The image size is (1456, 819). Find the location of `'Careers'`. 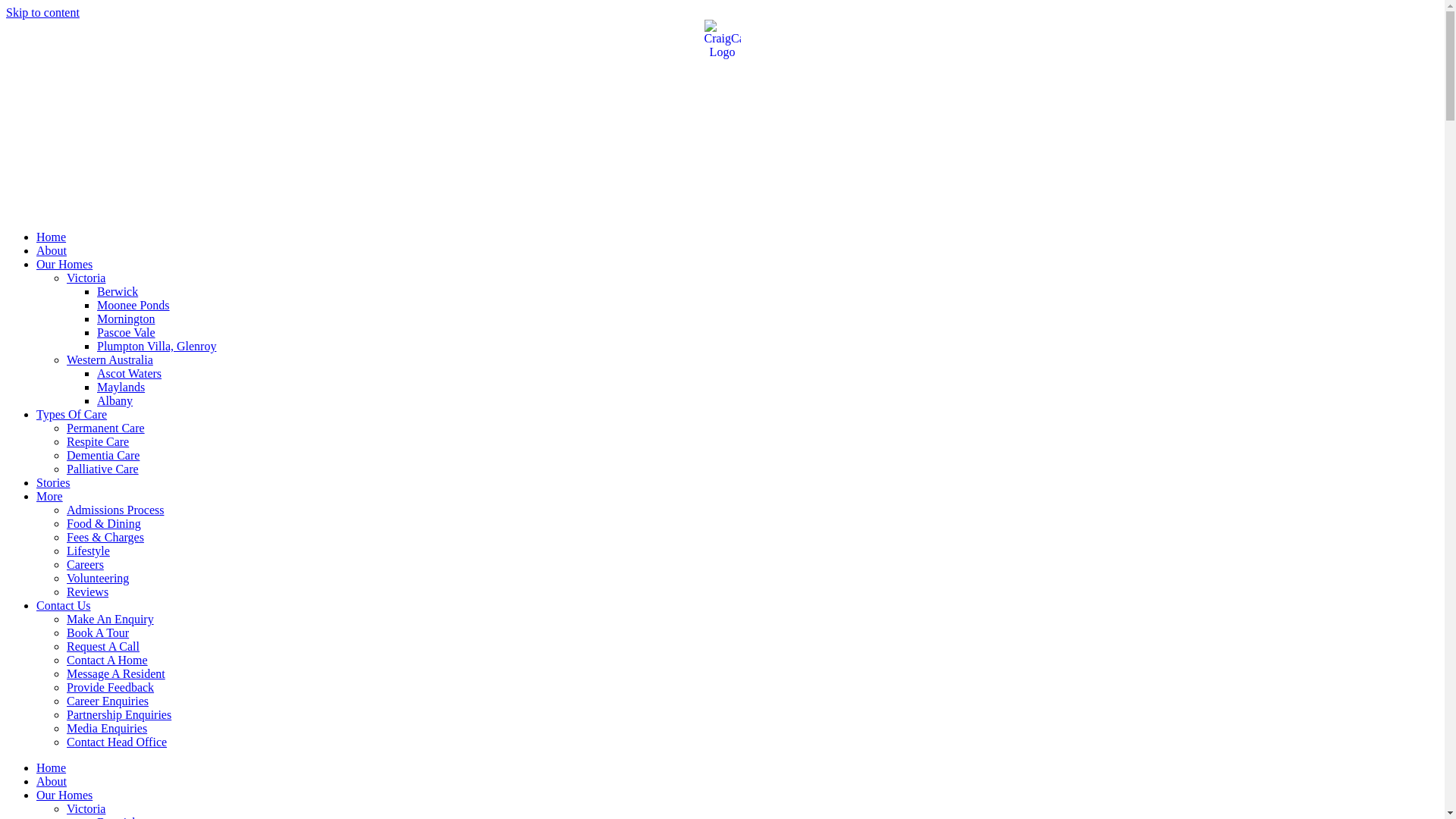

'Careers' is located at coordinates (84, 564).